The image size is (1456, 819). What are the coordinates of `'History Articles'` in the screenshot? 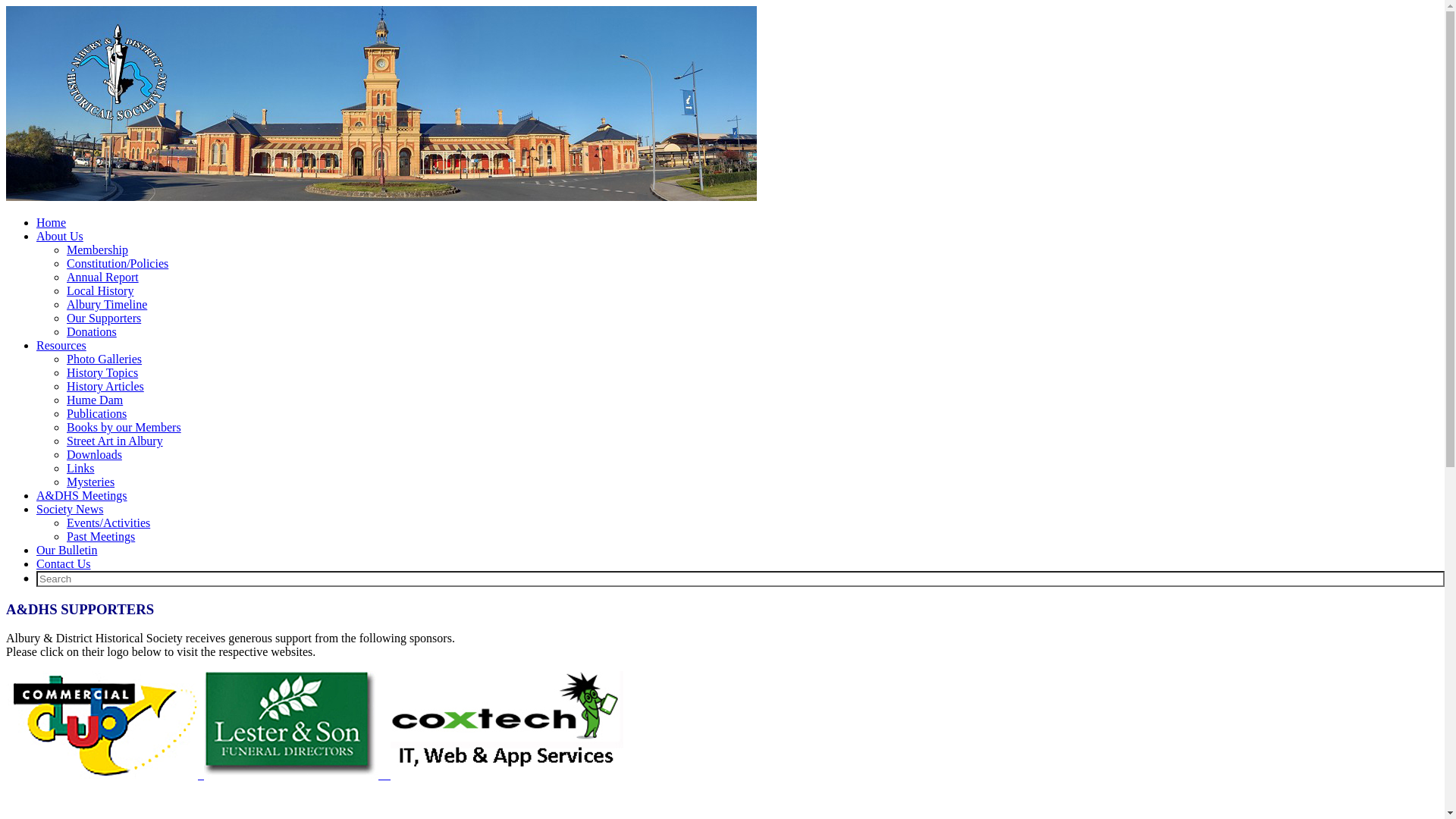 It's located at (105, 385).